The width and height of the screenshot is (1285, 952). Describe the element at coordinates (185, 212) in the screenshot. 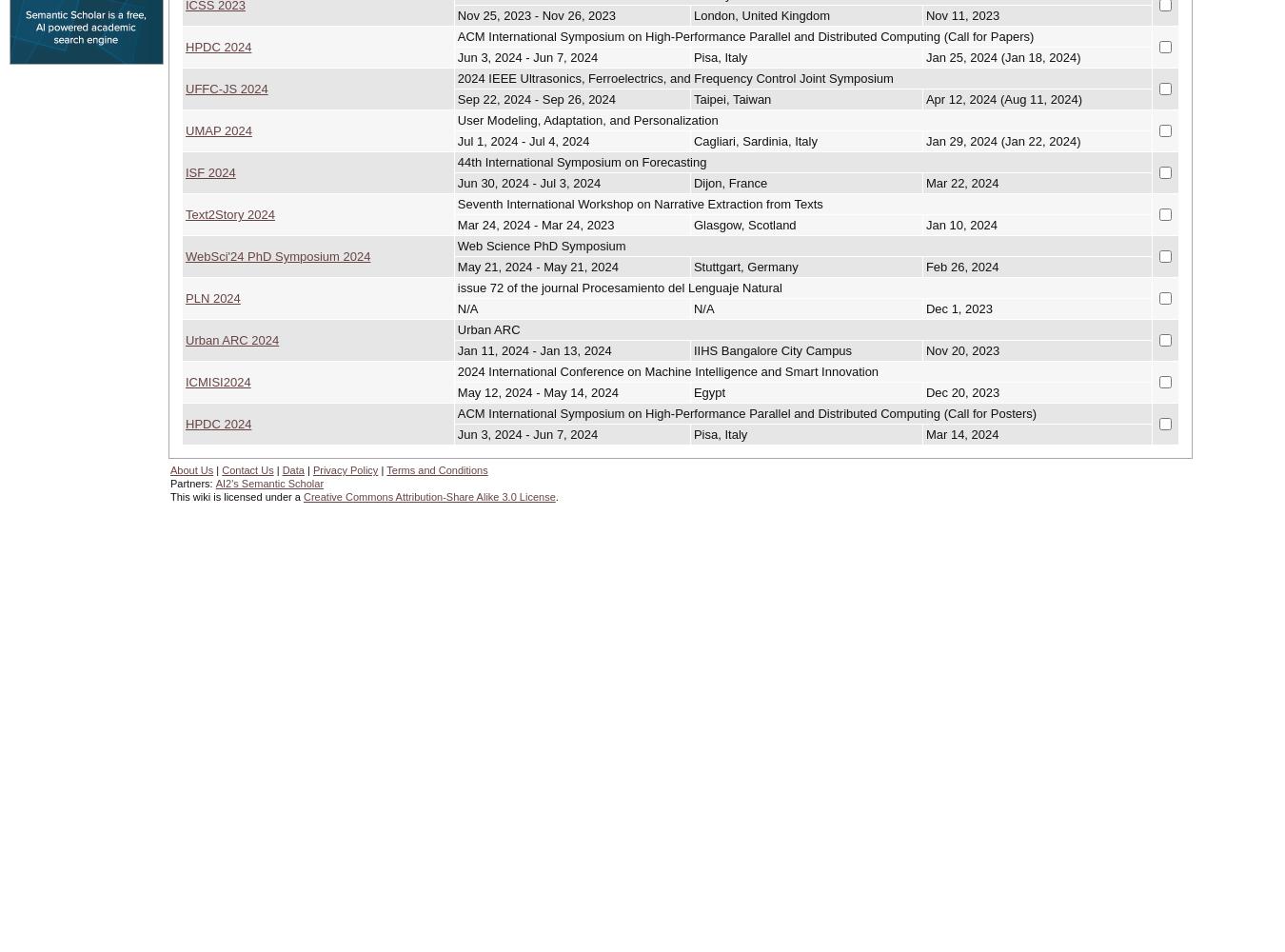

I see `'Text2Story 2024'` at that location.